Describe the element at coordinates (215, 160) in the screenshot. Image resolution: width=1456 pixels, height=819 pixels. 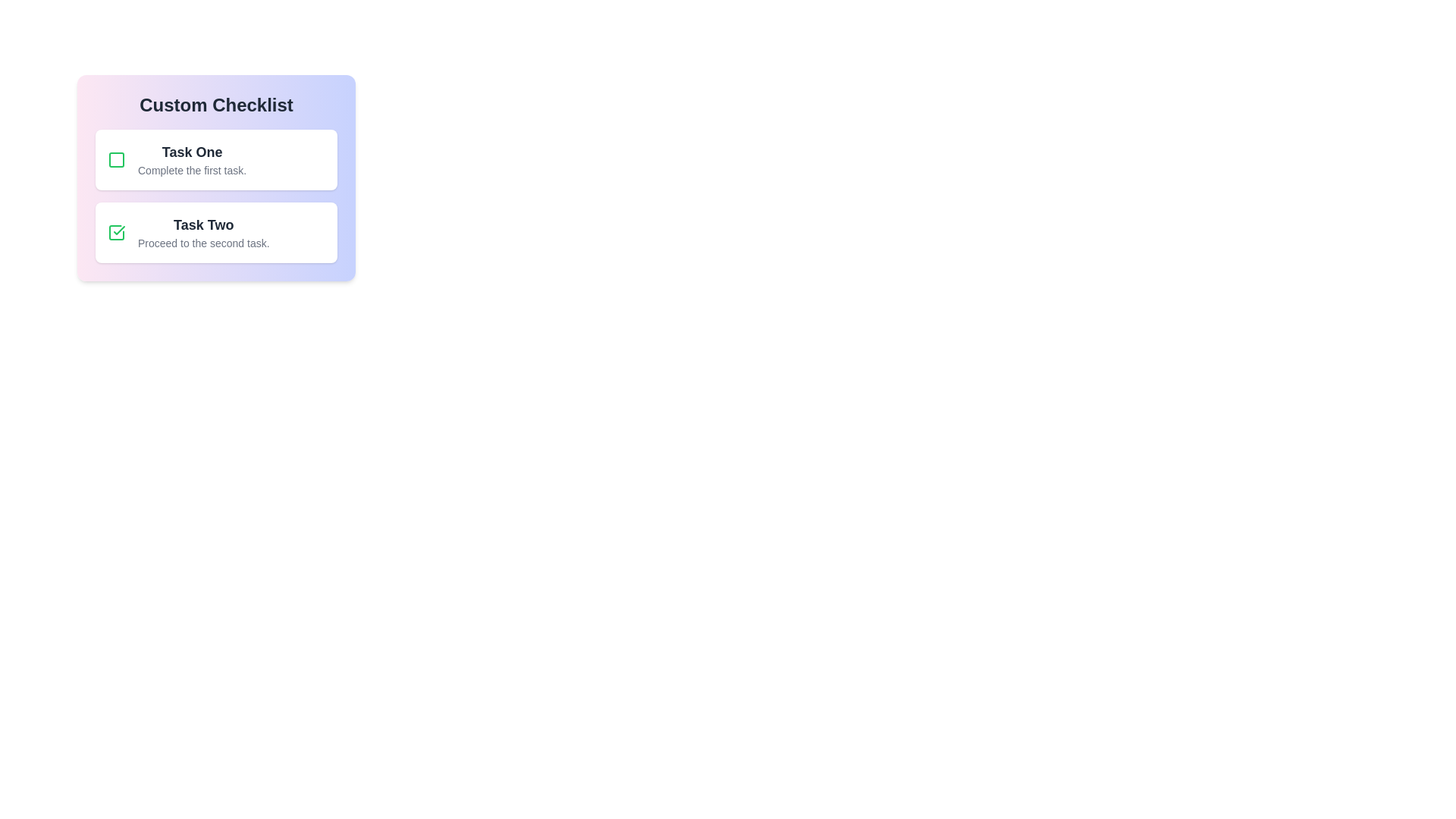
I see `the first task item in the checklist which contains an interactive checkbox to mark it as complete` at that location.